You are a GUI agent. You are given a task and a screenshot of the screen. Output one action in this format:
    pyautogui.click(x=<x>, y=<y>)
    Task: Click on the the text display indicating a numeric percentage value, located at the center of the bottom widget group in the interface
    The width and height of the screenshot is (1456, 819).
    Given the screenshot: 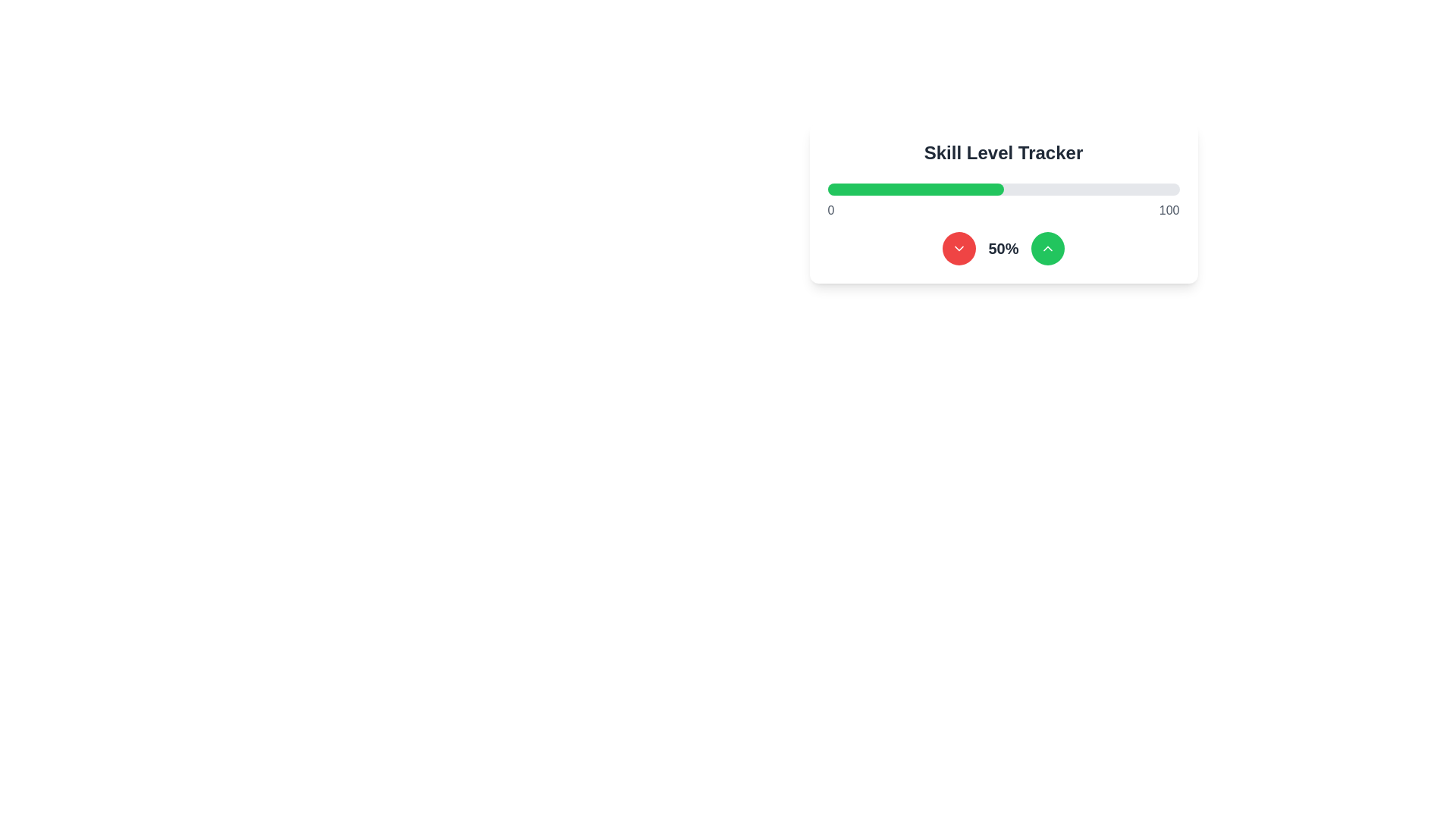 What is the action you would take?
    pyautogui.click(x=1003, y=247)
    